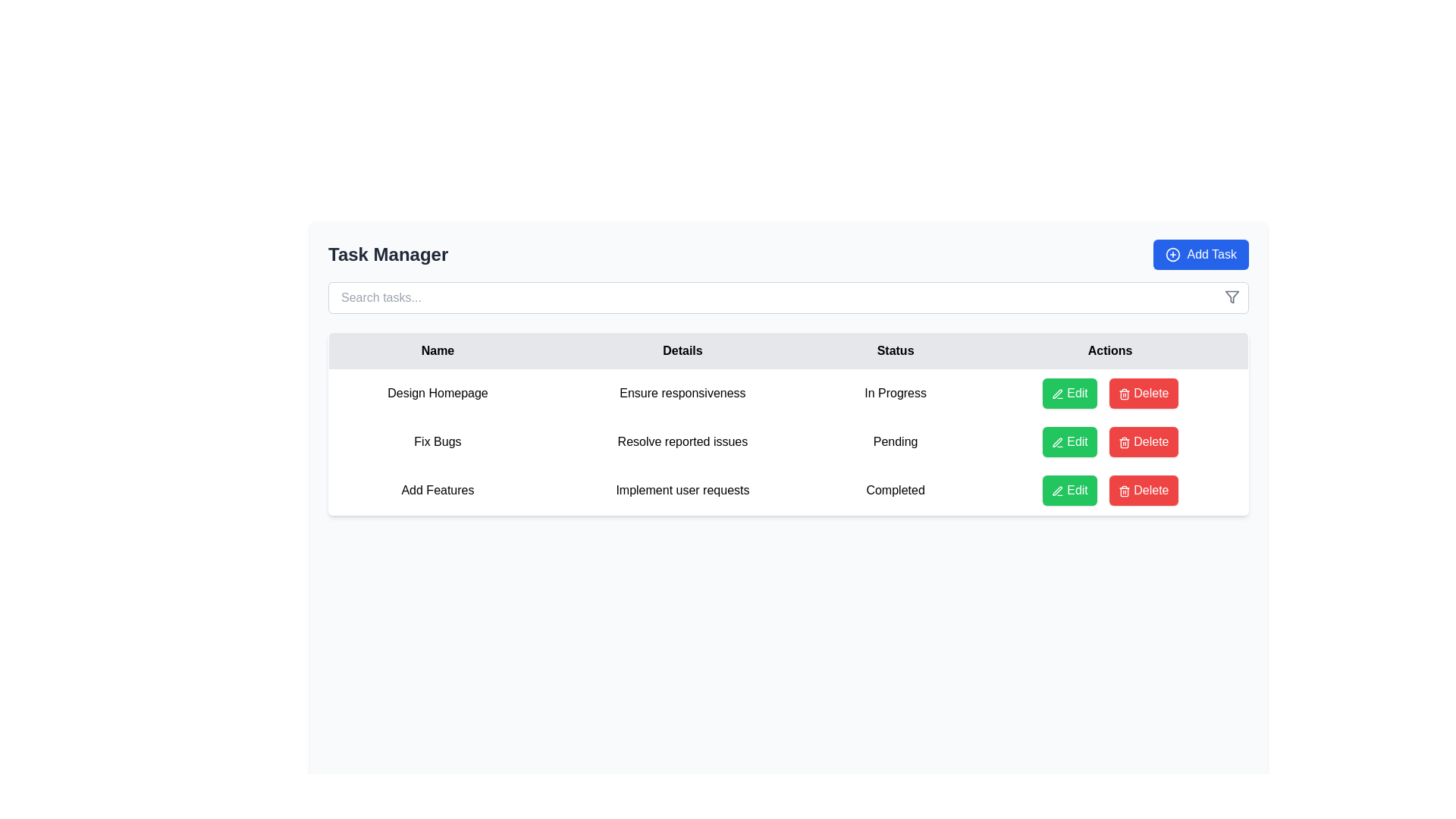 This screenshot has height=819, width=1456. I want to click on the circular plus icon located on the right side of the top blue button labeled 'Add Task', so click(1172, 253).